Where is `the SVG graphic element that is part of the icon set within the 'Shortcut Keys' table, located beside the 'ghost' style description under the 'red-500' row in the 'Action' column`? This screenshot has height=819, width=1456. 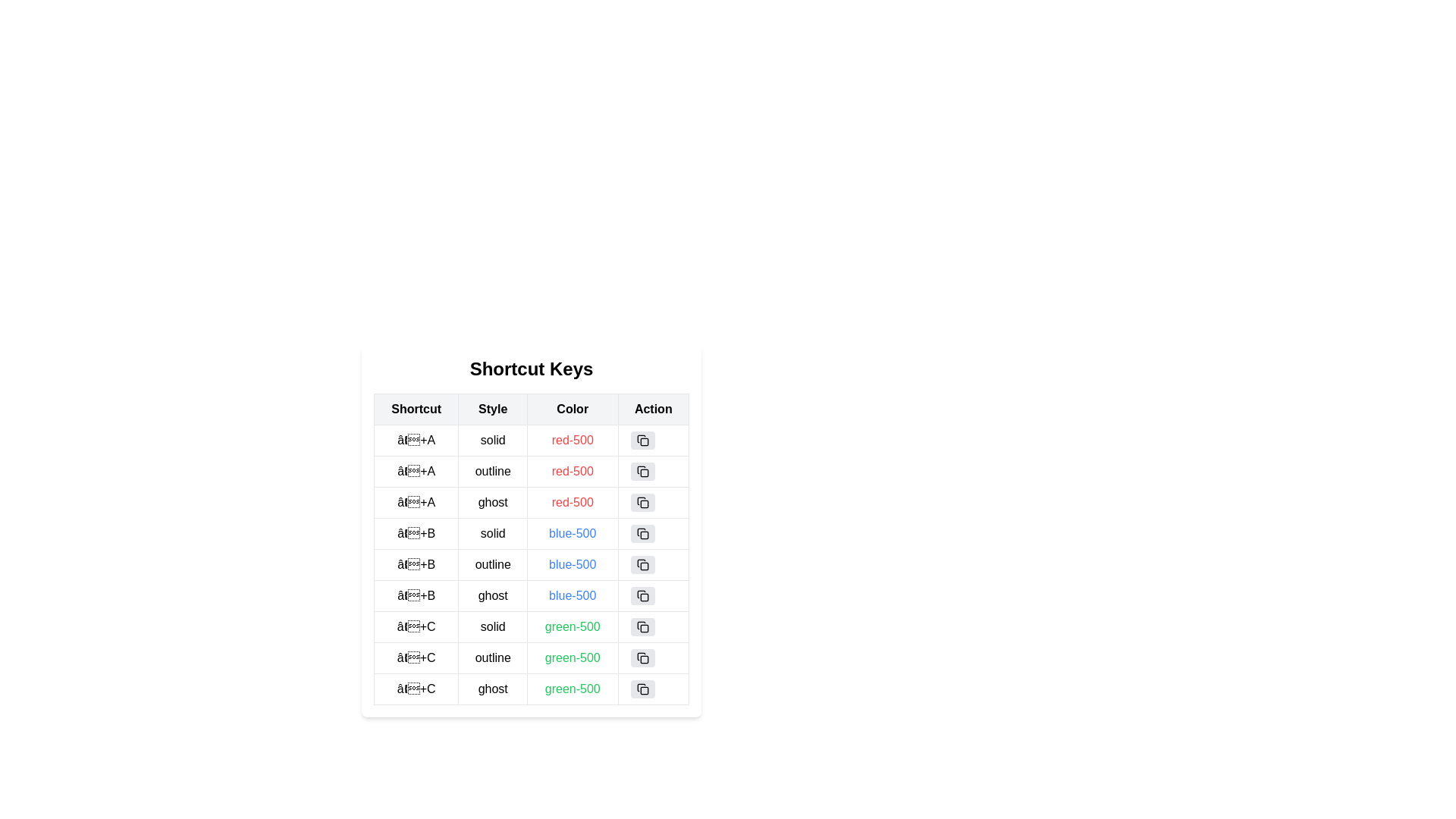 the SVG graphic element that is part of the icon set within the 'Shortcut Keys' table, located beside the 'ghost' style description under the 'red-500' row in the 'Action' column is located at coordinates (644, 504).